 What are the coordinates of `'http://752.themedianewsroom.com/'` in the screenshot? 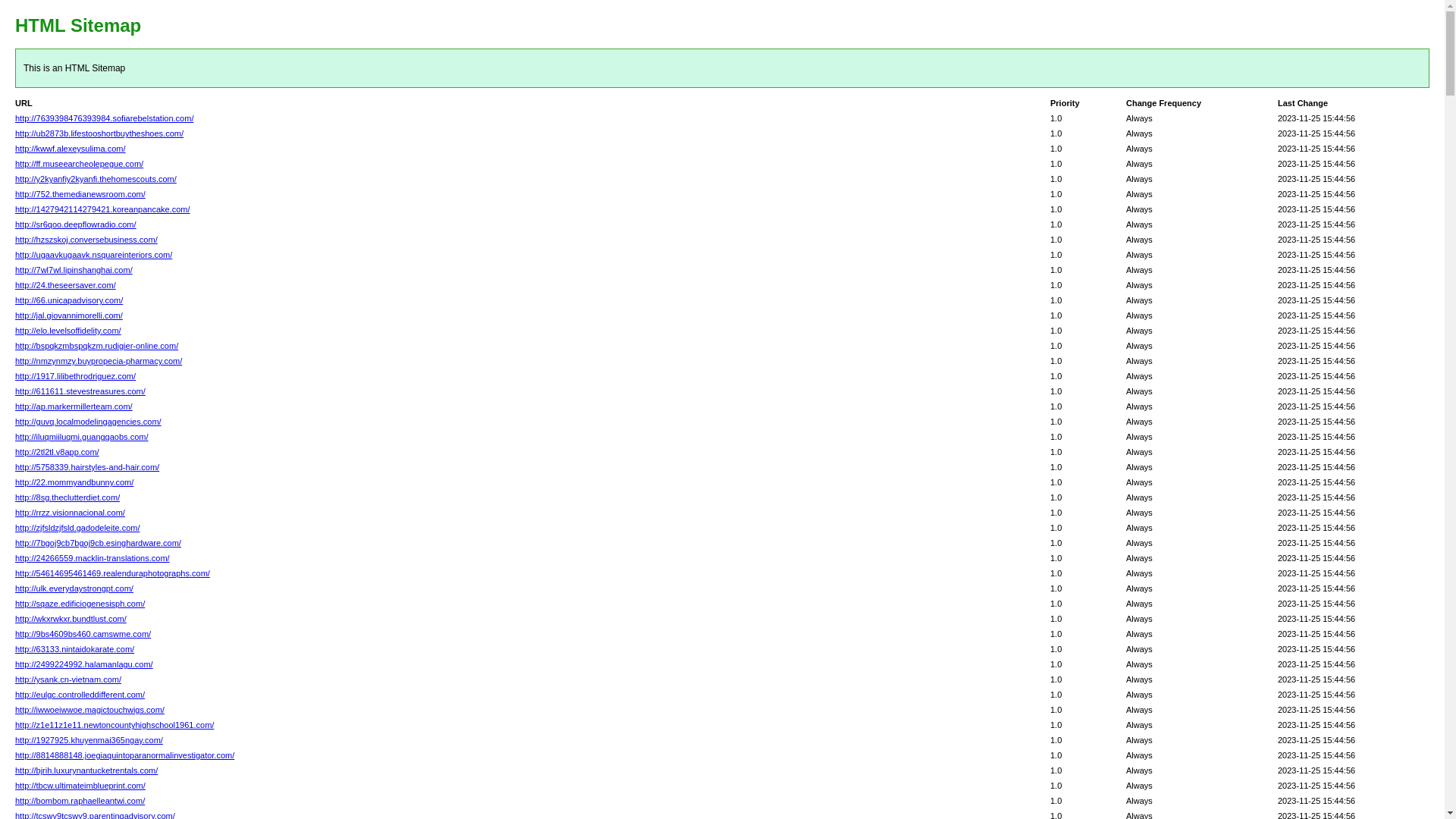 It's located at (79, 193).